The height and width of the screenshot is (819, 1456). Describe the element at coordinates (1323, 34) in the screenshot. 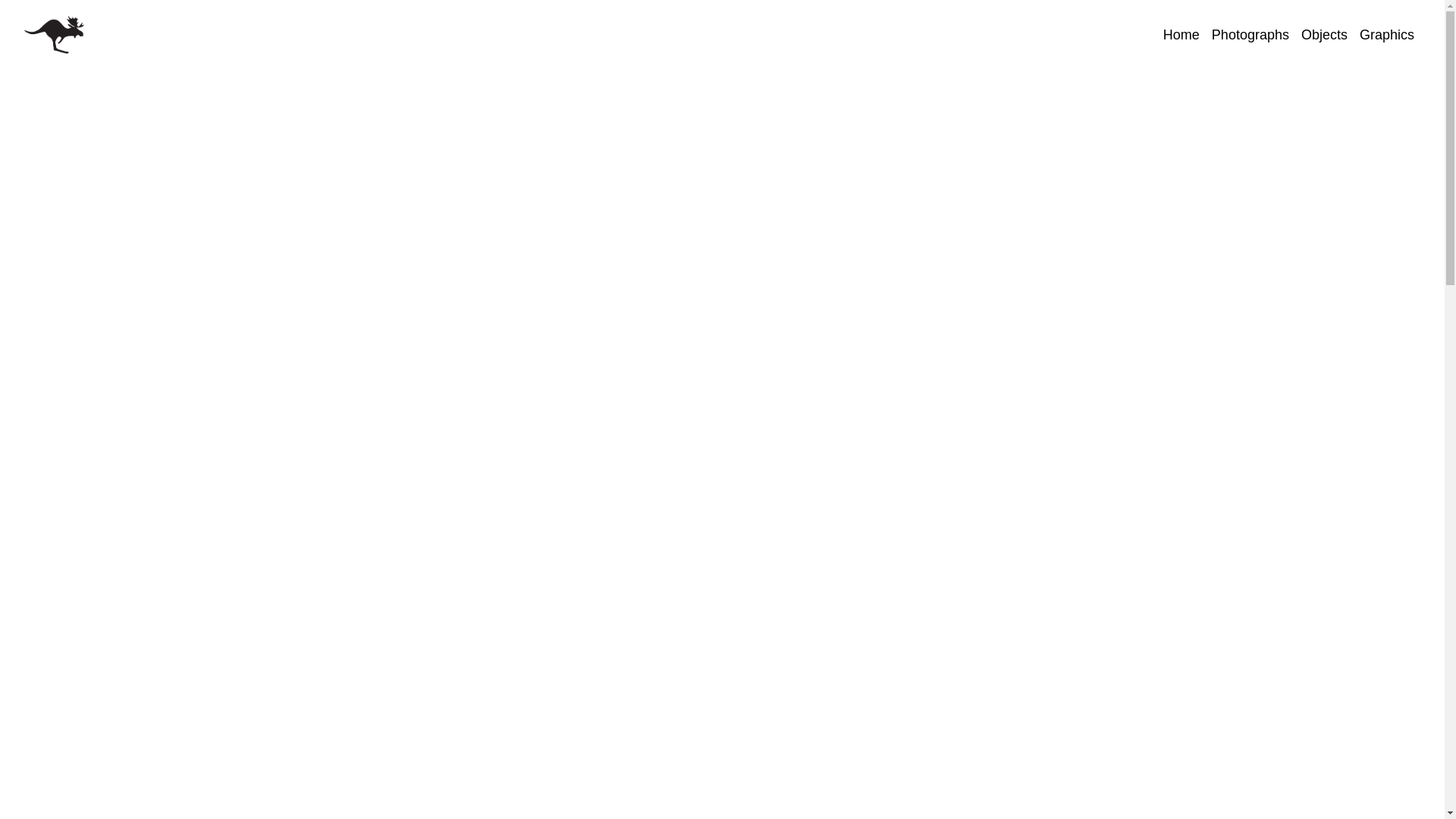

I see `'Objects'` at that location.